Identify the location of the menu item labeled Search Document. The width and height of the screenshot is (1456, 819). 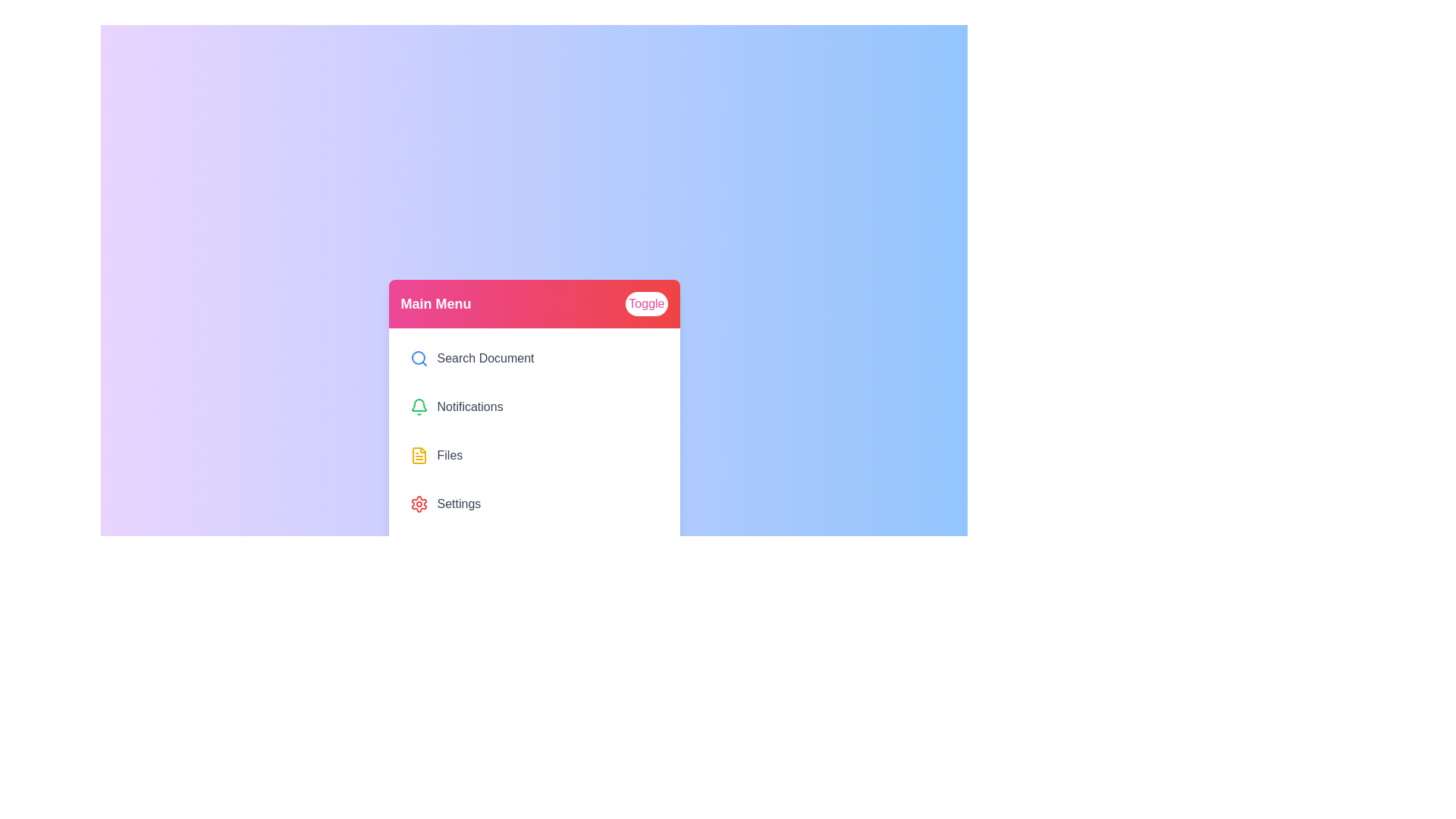
(534, 359).